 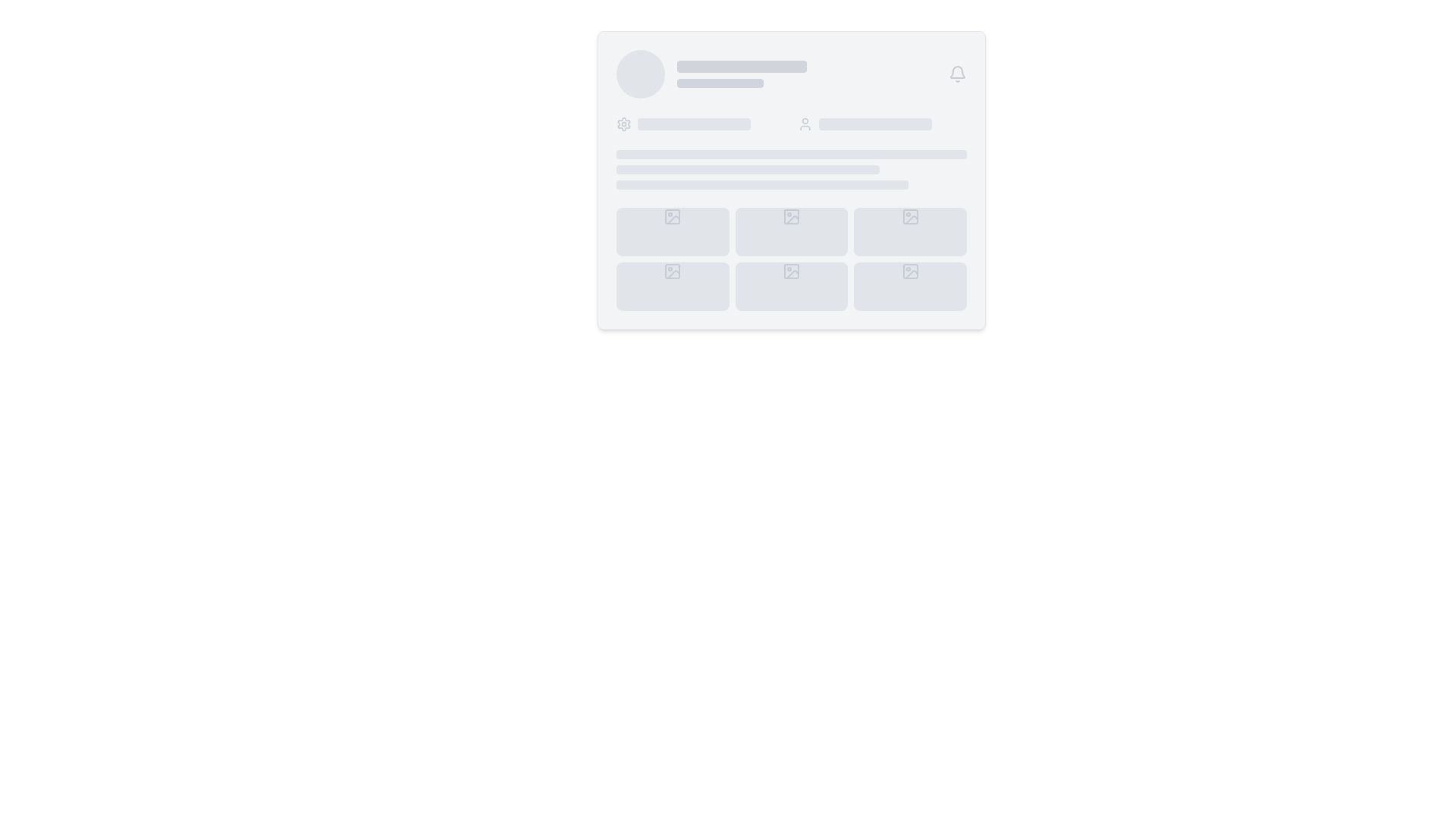 I want to click on the decorative bar or placeholder located near the top of the interface, just beneath the circular profile area, so click(x=742, y=66).